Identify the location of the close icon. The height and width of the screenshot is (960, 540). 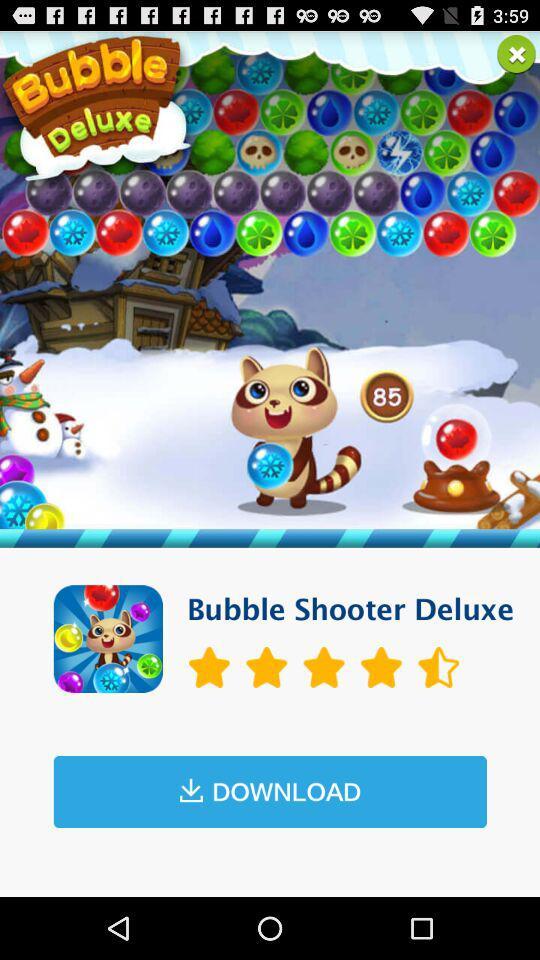
(516, 57).